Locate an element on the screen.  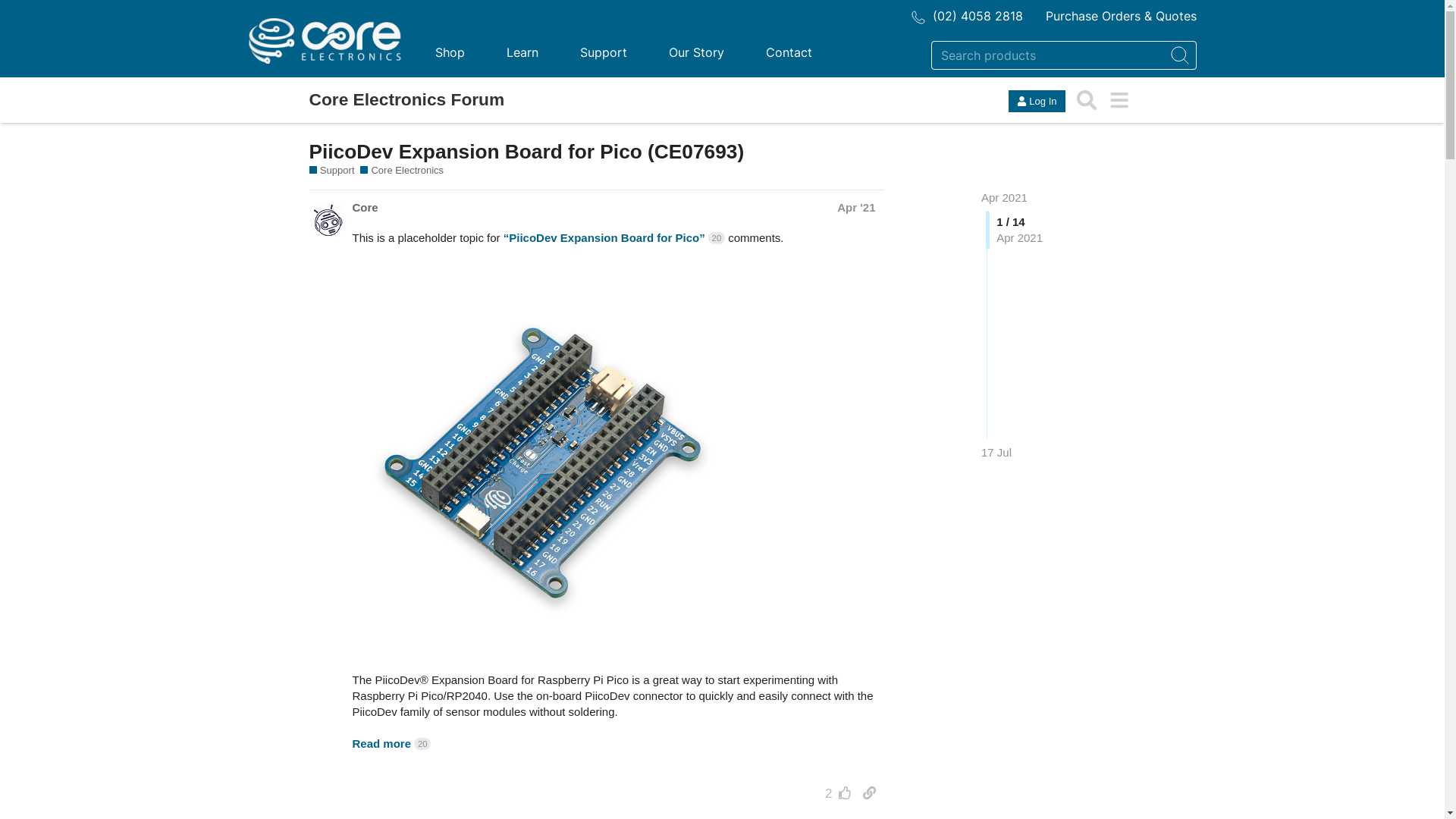
'Our Story' is located at coordinates (695, 52).